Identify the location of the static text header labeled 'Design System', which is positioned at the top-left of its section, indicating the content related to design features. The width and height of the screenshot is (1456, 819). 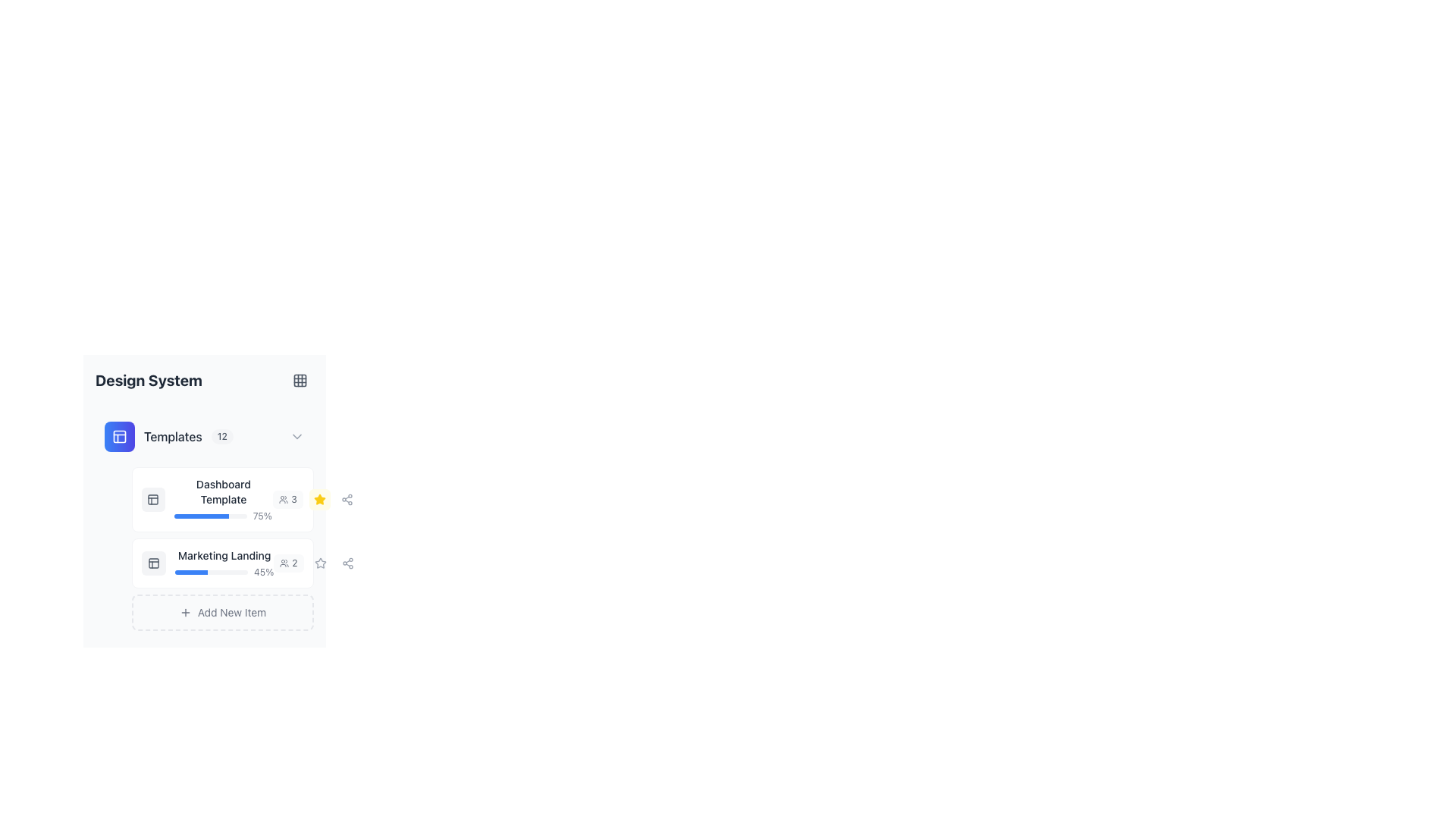
(149, 379).